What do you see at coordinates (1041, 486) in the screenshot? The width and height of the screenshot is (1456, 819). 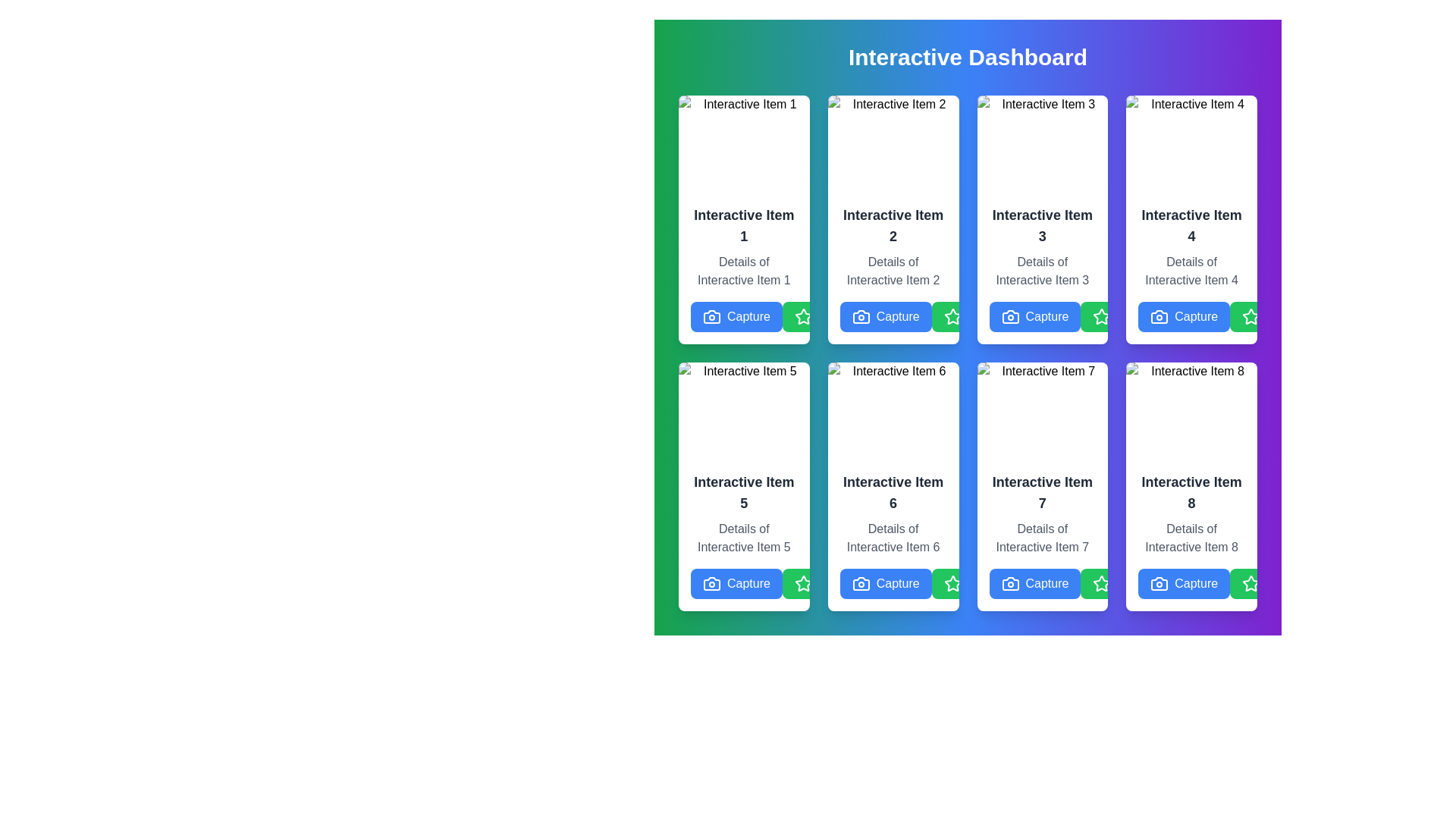 I see `the Card displaying content details and actions located in the second row, third column of the grid layout` at bounding box center [1041, 486].